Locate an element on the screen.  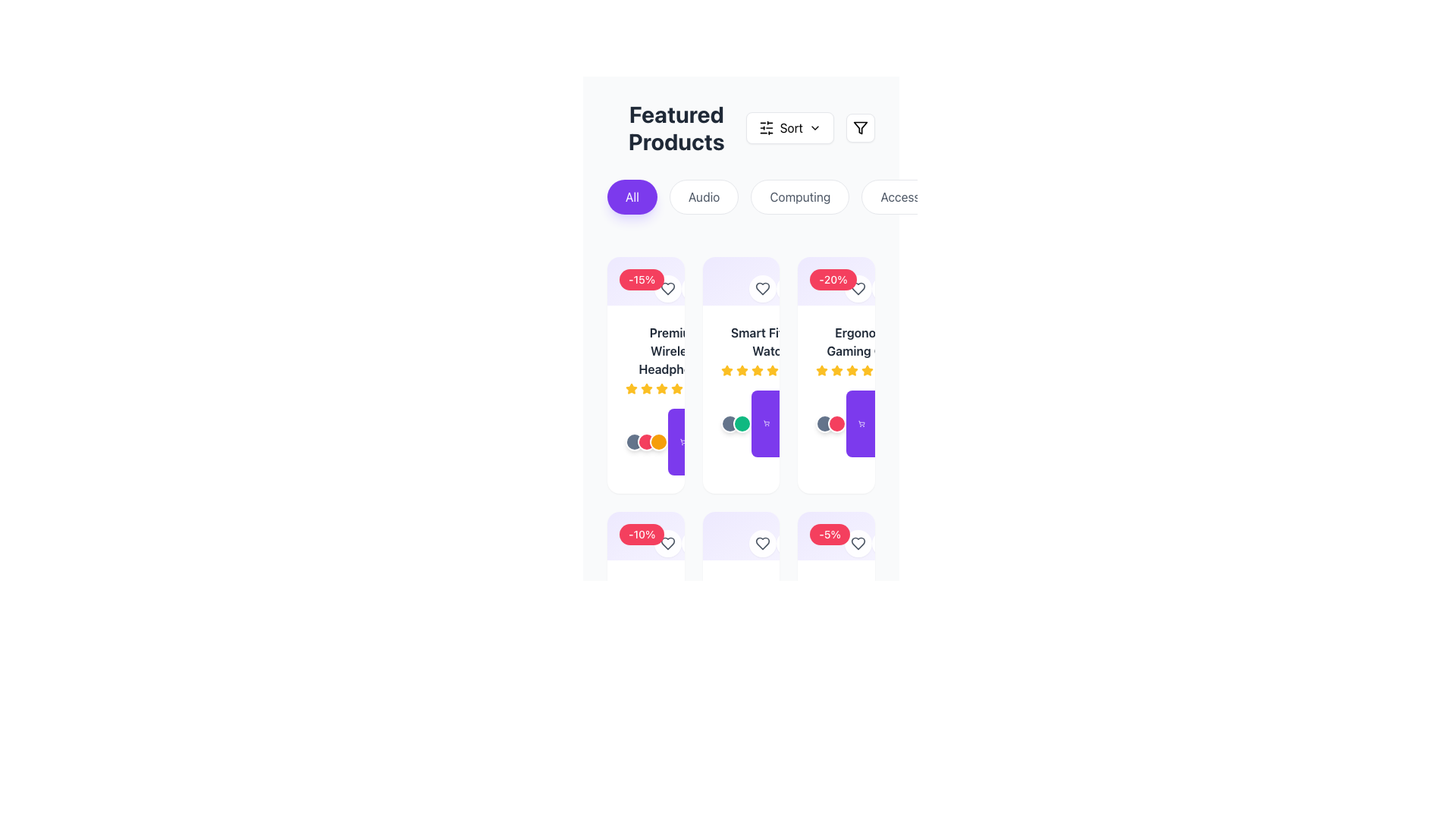
the downward-pointing chevron icon within the 'Sort' button is located at coordinates (814, 127).